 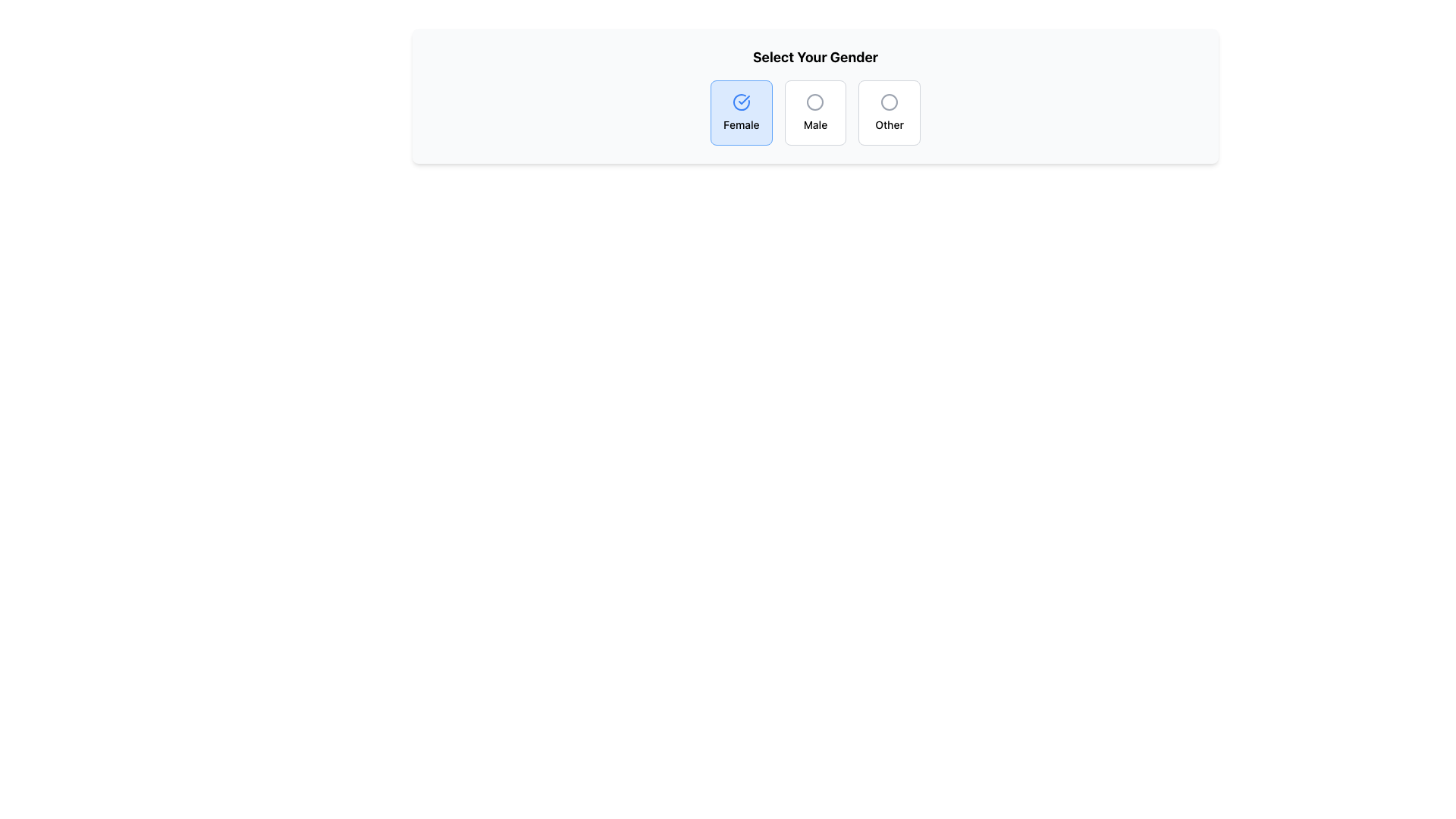 I want to click on the 'Female' gender label, which is located beneath a circular checkmark icon in a horizontal list of selection options, so click(x=741, y=124).